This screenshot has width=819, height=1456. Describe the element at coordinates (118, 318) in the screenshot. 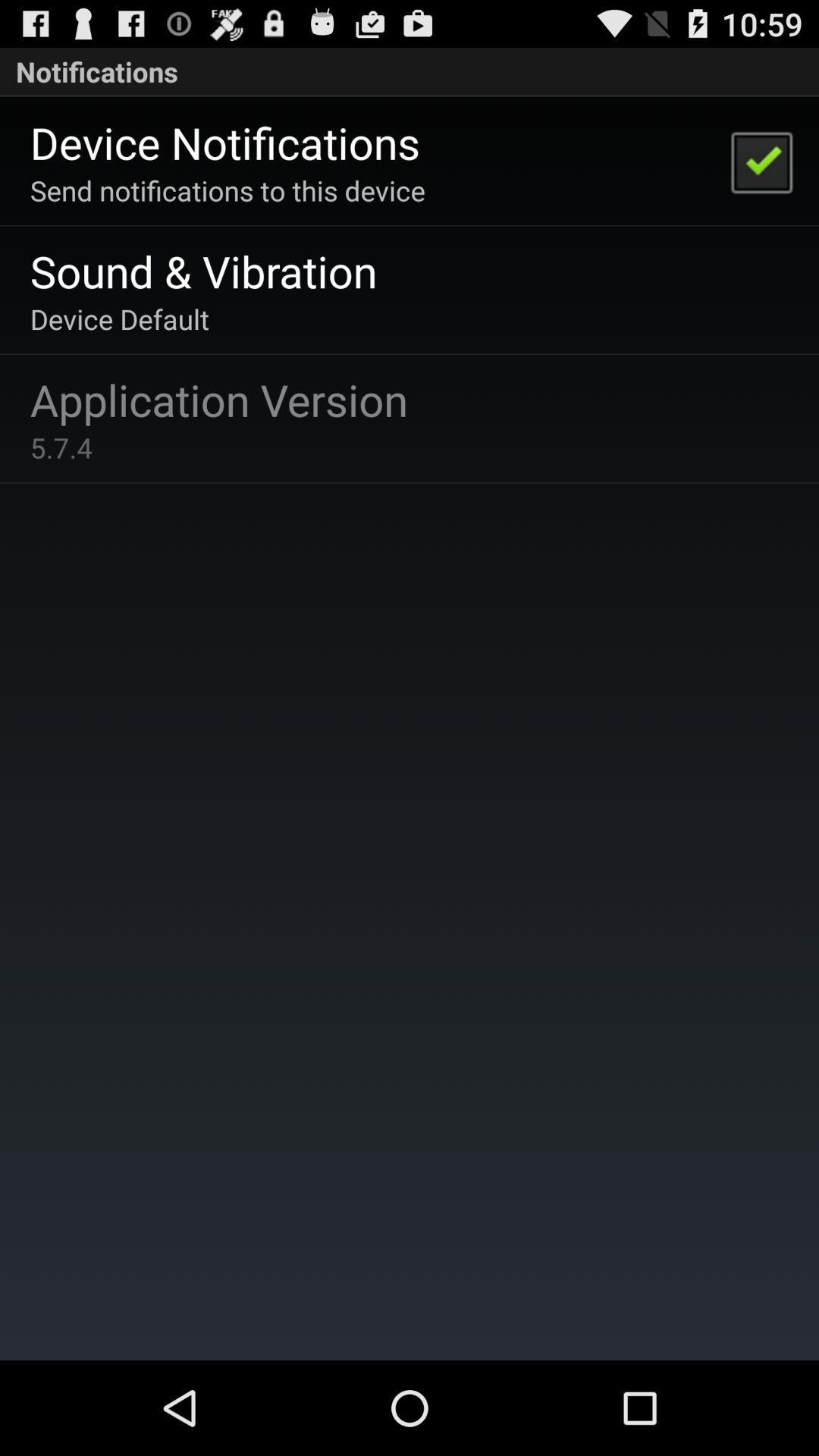

I see `the icon below the sound & vibration app` at that location.